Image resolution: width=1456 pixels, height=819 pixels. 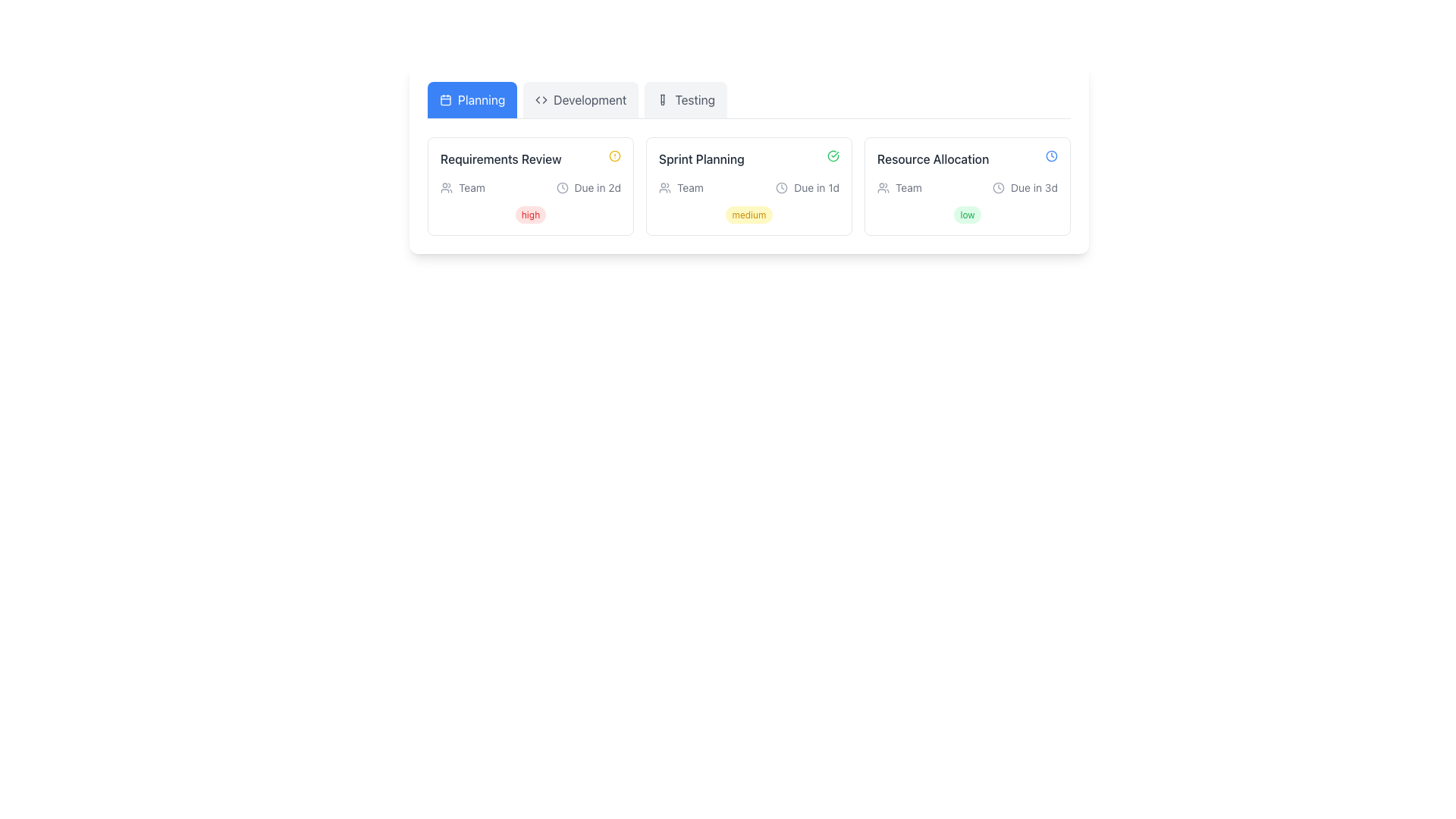 I want to click on the Text element that labels the icon for the 'Resource Allocation' task located in the lower-left corner of the 'Resource Allocation' card in the 'Planning' section, so click(x=908, y=187).